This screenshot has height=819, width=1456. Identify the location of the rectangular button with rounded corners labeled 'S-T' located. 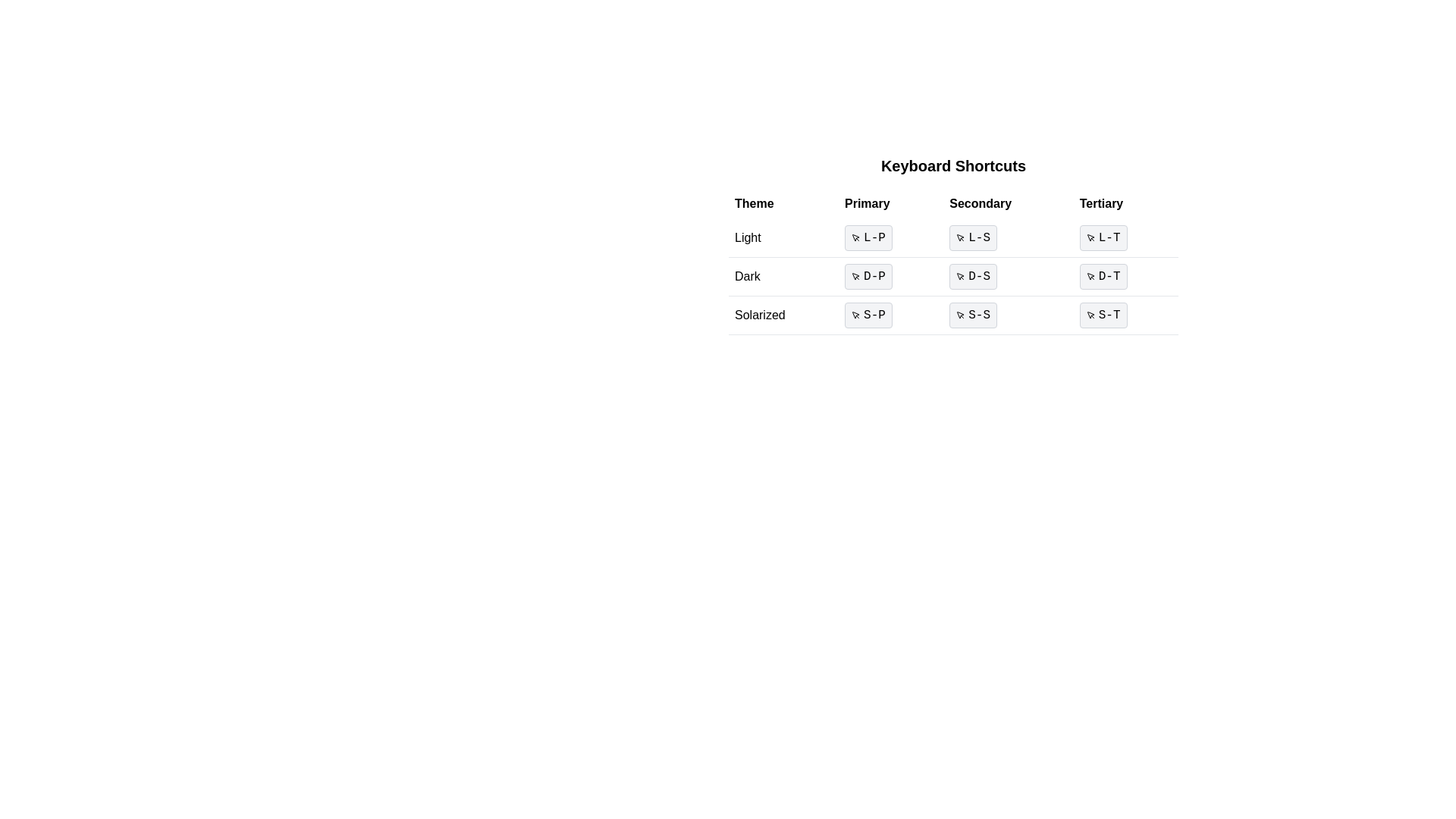
(1103, 315).